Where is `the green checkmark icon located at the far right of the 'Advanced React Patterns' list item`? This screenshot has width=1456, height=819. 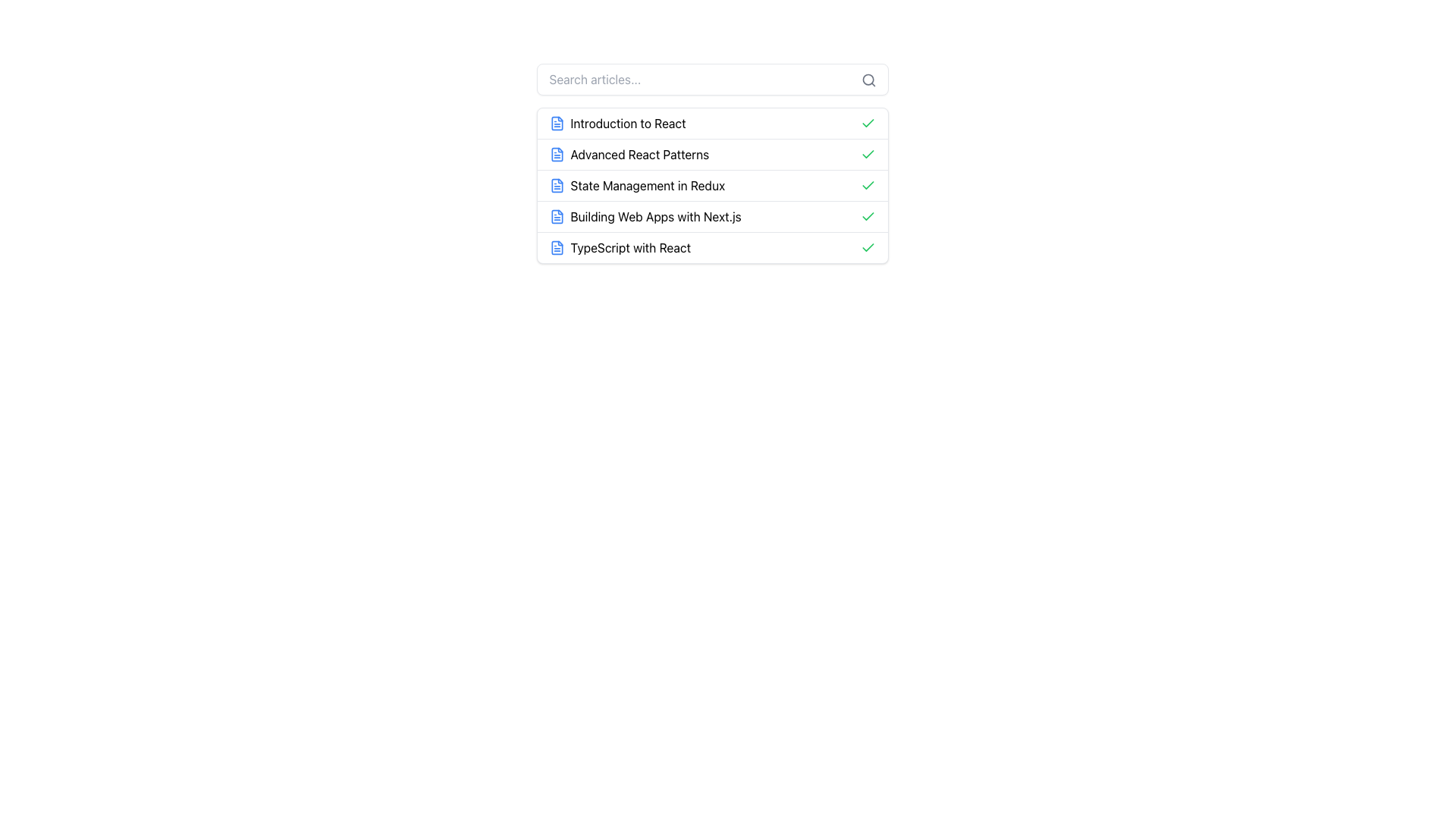 the green checkmark icon located at the far right of the 'Advanced React Patterns' list item is located at coordinates (868, 155).